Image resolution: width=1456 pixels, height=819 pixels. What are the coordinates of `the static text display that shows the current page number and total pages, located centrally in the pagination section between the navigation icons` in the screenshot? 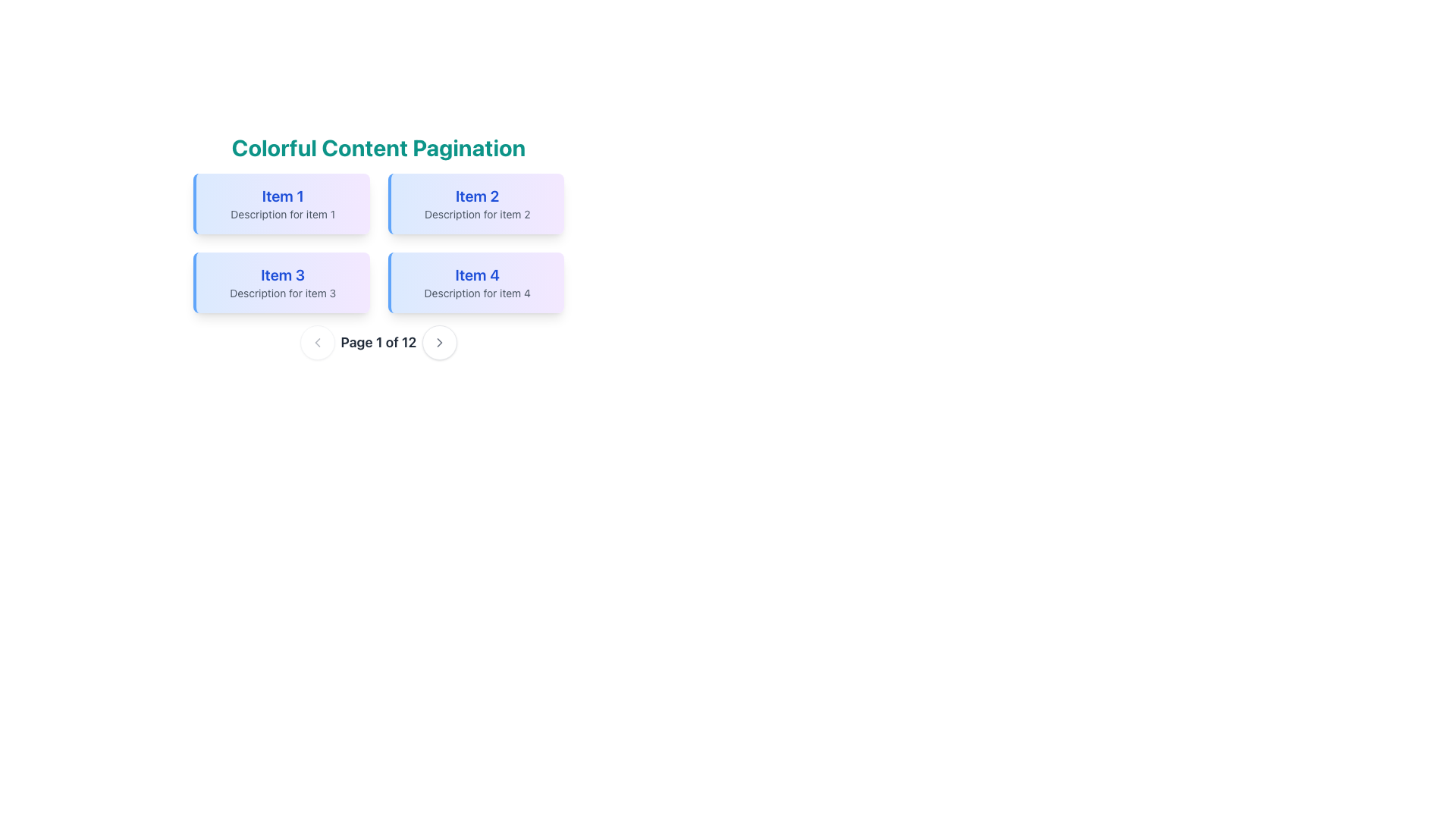 It's located at (378, 342).